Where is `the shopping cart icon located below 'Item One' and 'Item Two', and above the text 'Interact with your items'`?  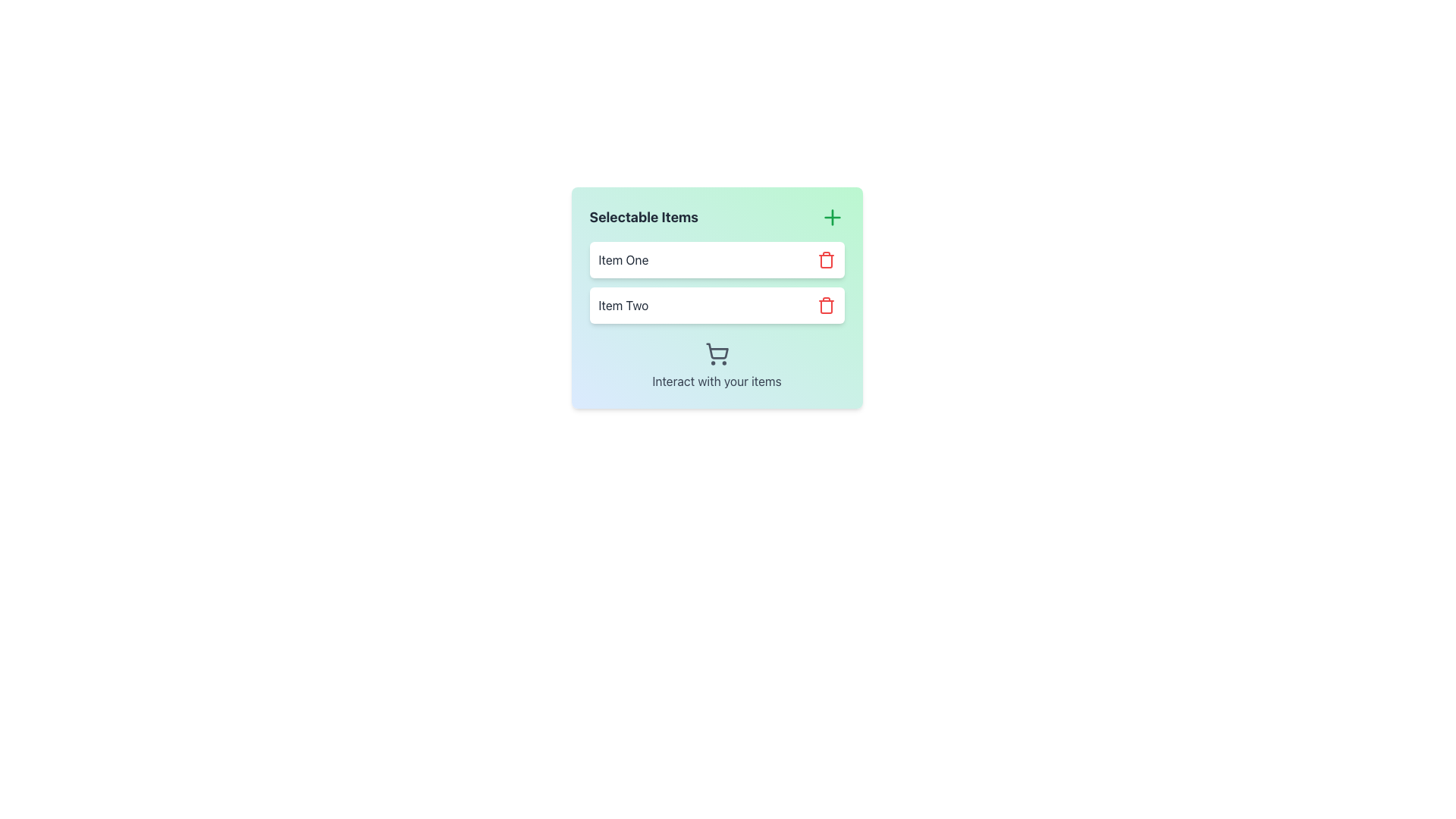
the shopping cart icon located below 'Item One' and 'Item Two', and above the text 'Interact with your items' is located at coordinates (716, 353).